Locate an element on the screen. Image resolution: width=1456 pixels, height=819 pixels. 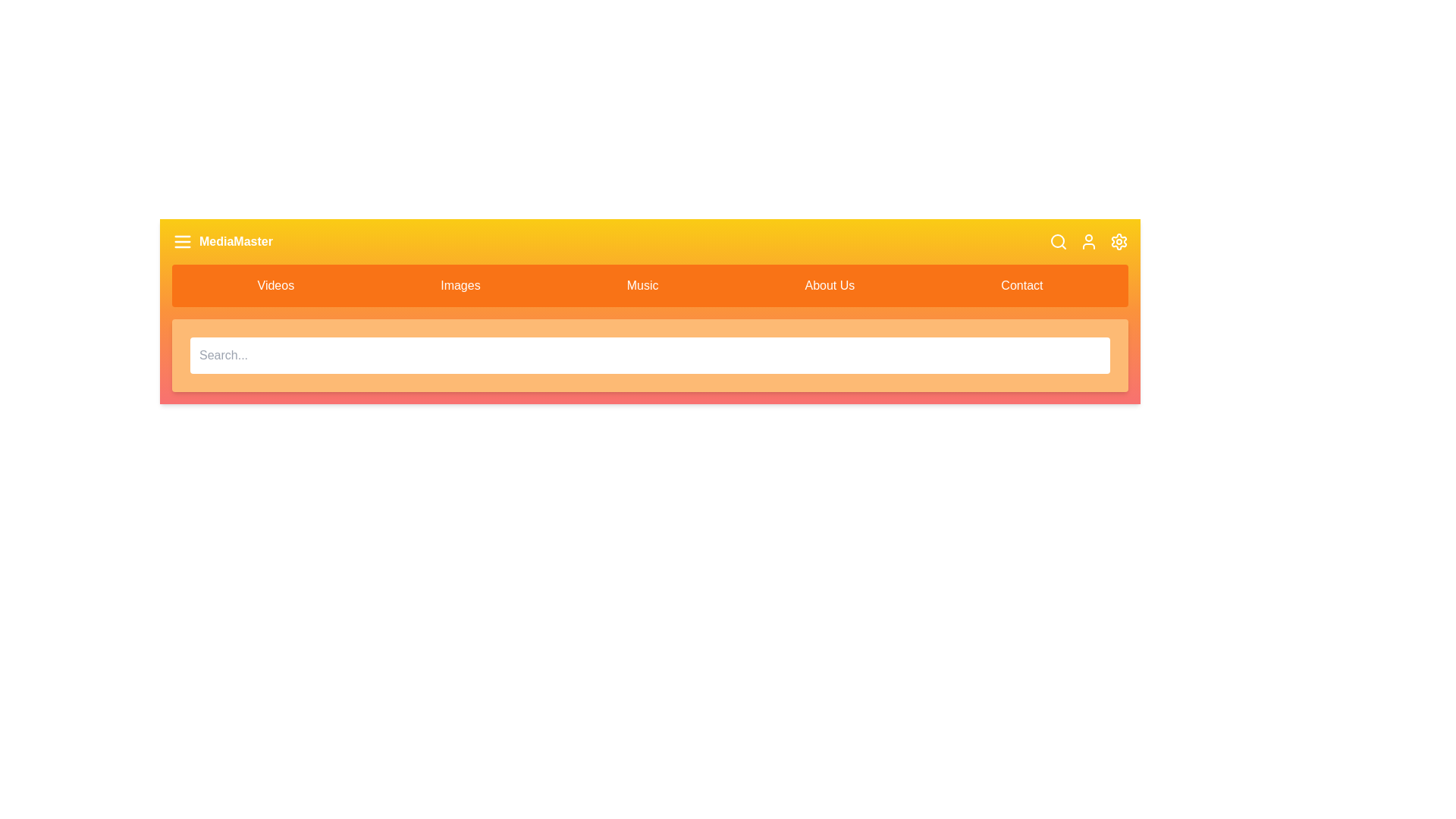
the search input field to focus it is located at coordinates (650, 356).